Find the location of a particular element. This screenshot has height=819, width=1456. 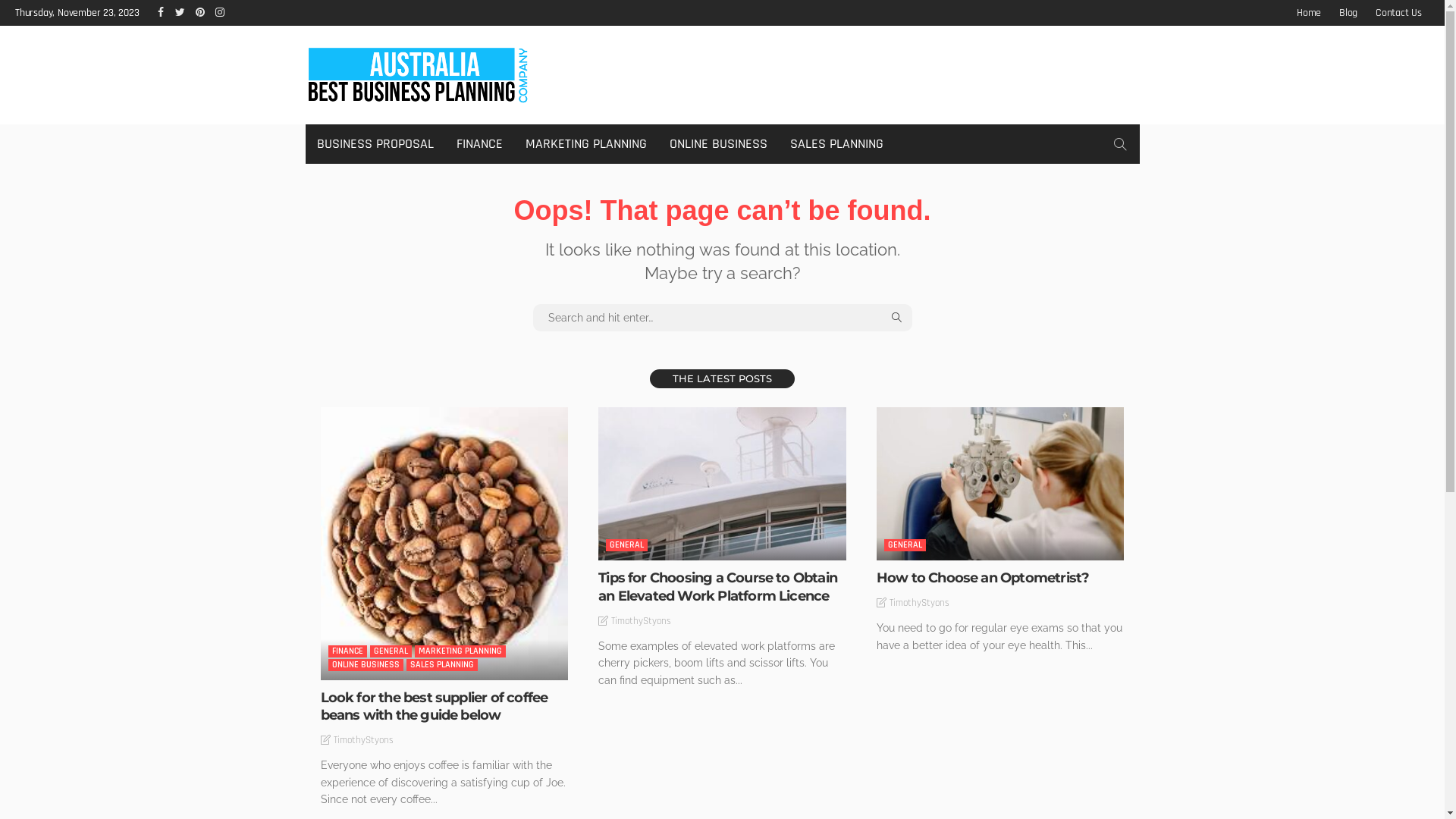

'Contact Us' is located at coordinates (1398, 12).